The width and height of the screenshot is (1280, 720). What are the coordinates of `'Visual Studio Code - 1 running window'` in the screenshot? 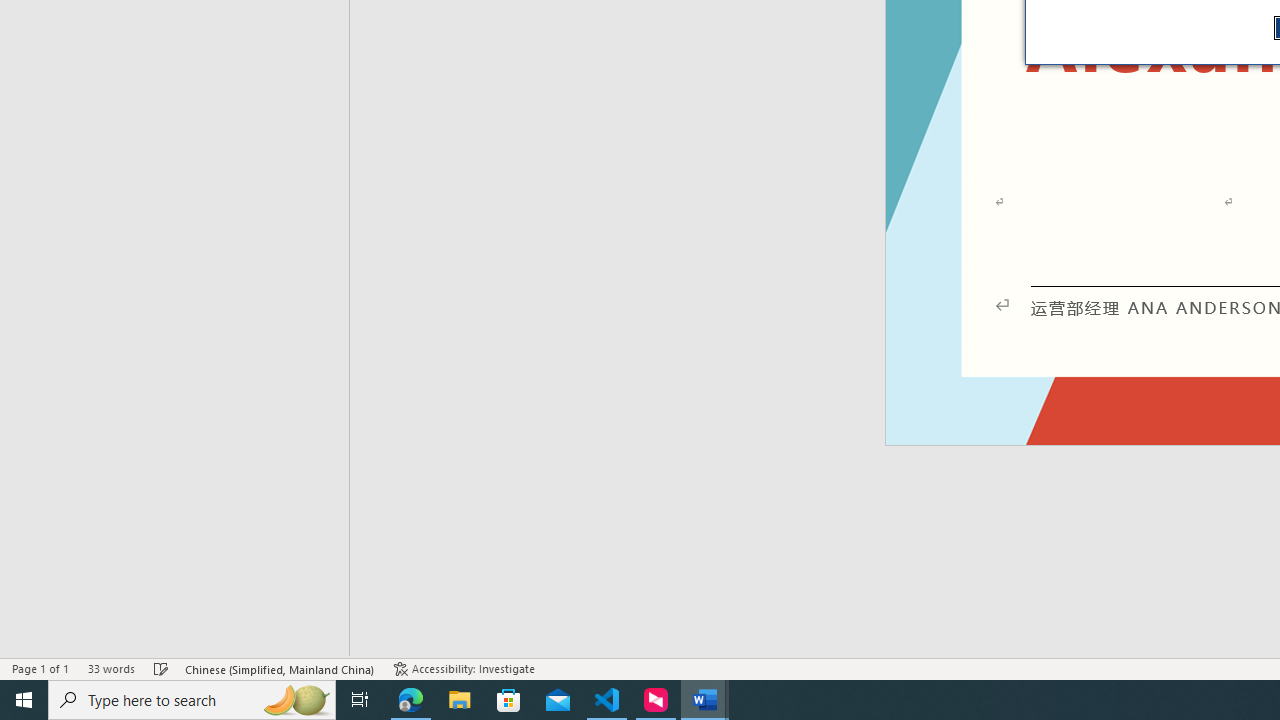 It's located at (606, 698).